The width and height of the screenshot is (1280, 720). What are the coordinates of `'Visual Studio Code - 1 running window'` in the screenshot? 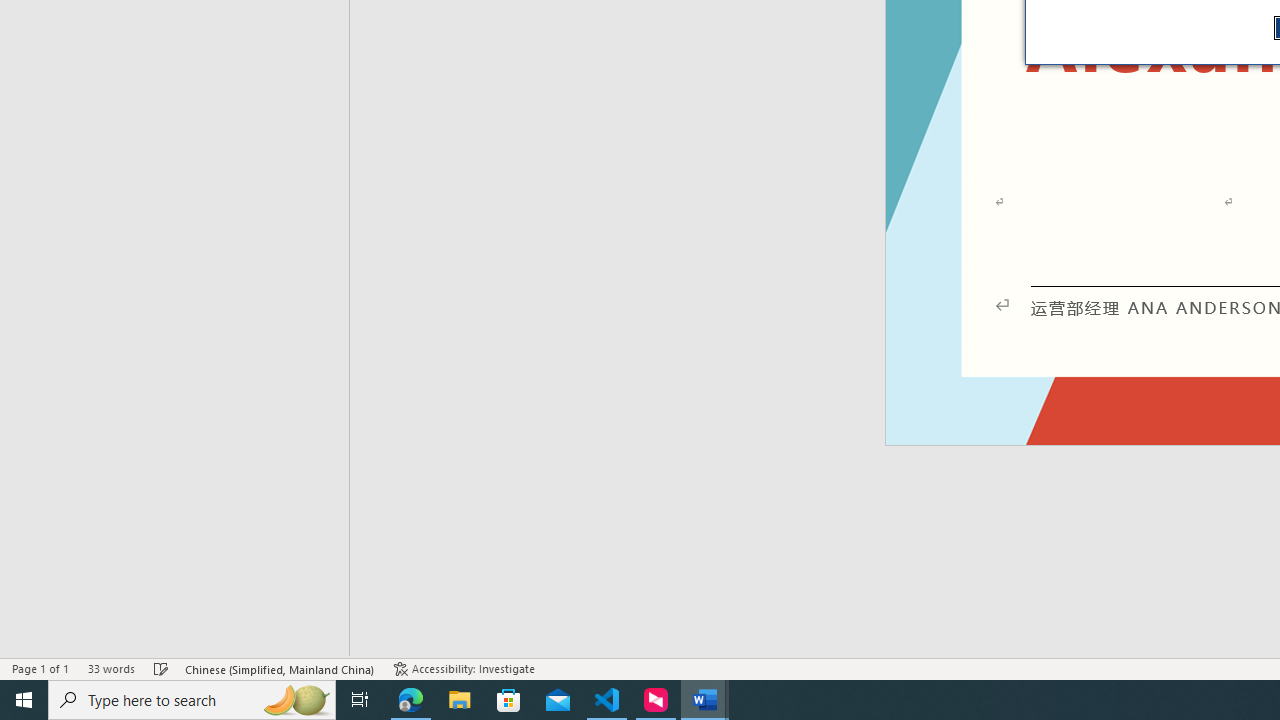 It's located at (606, 698).